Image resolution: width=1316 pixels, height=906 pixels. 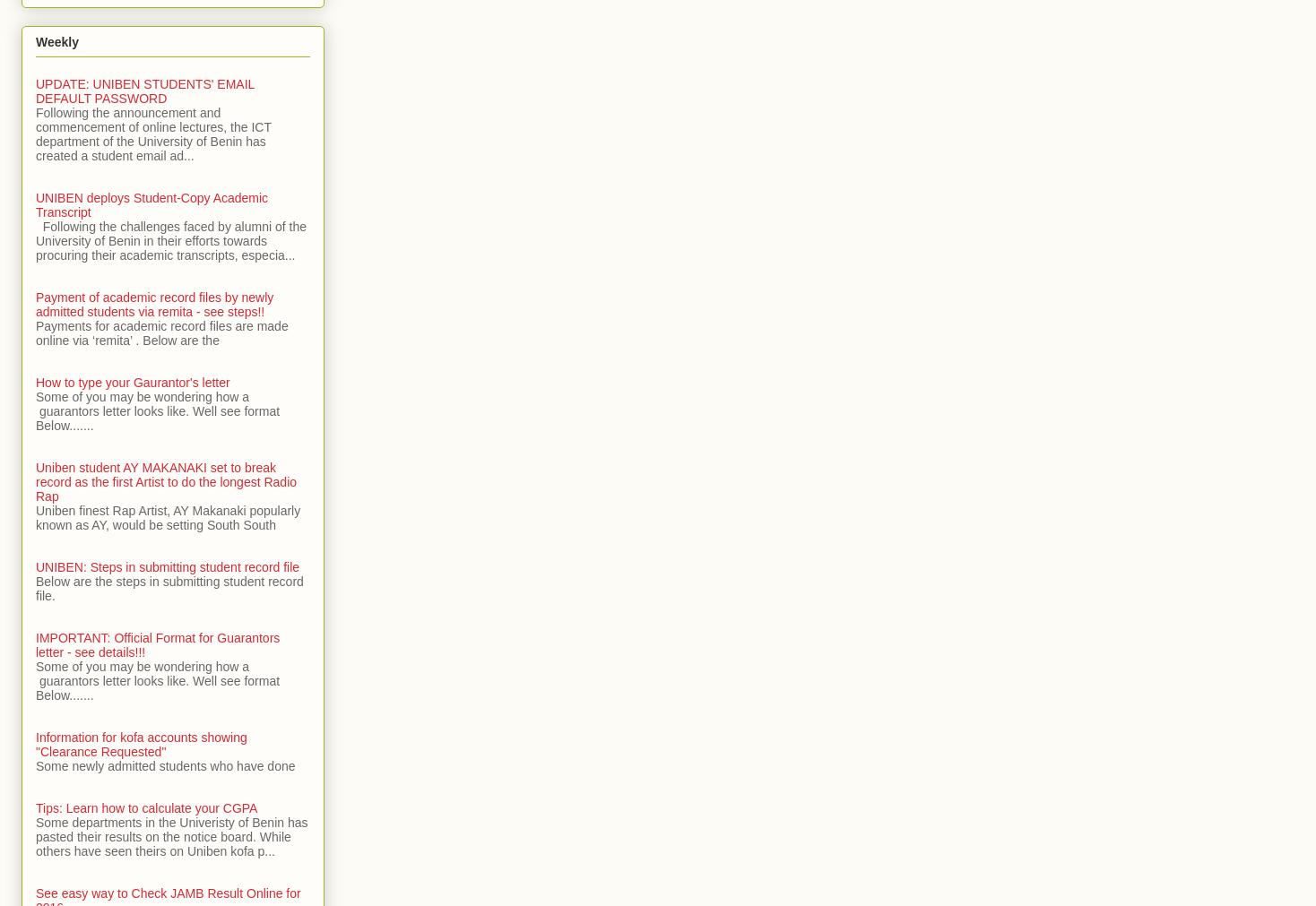 What do you see at coordinates (157, 643) in the screenshot?
I see `'IMPORTANT: Official Format for Guarantors letter - see details!!!'` at bounding box center [157, 643].